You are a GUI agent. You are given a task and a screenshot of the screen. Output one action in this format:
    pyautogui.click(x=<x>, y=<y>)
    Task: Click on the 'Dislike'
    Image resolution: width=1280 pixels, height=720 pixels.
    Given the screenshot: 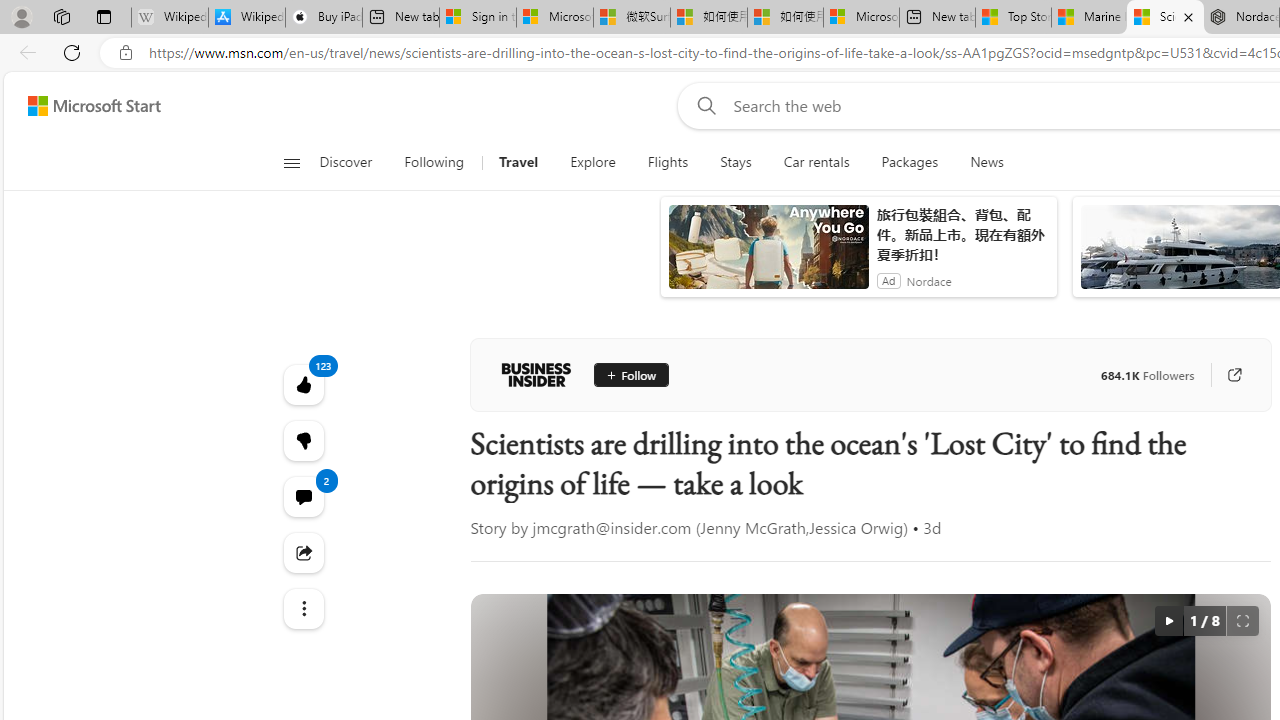 What is the action you would take?
    pyautogui.click(x=302, y=440)
    